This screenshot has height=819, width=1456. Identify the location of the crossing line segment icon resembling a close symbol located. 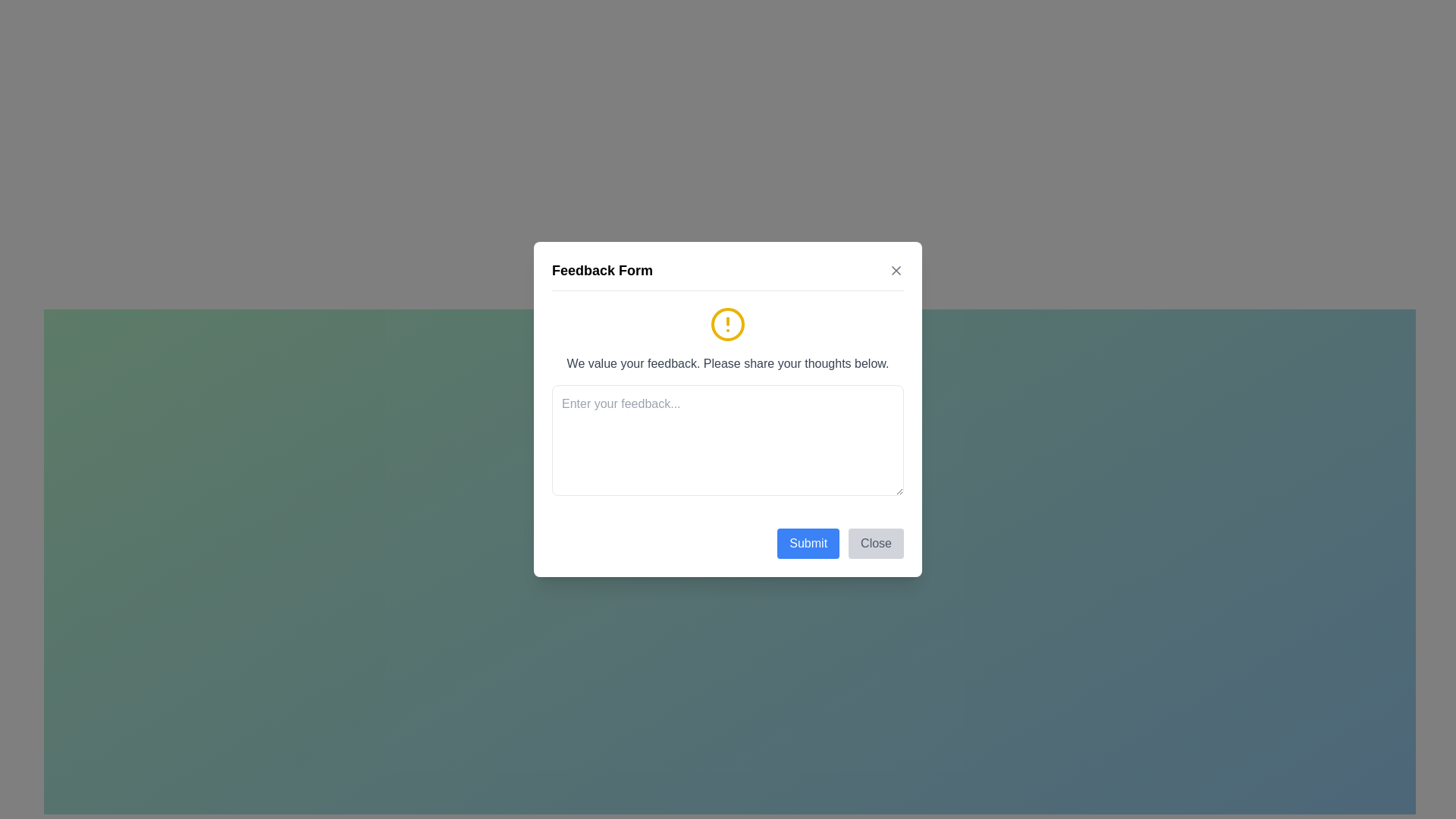
(896, 270).